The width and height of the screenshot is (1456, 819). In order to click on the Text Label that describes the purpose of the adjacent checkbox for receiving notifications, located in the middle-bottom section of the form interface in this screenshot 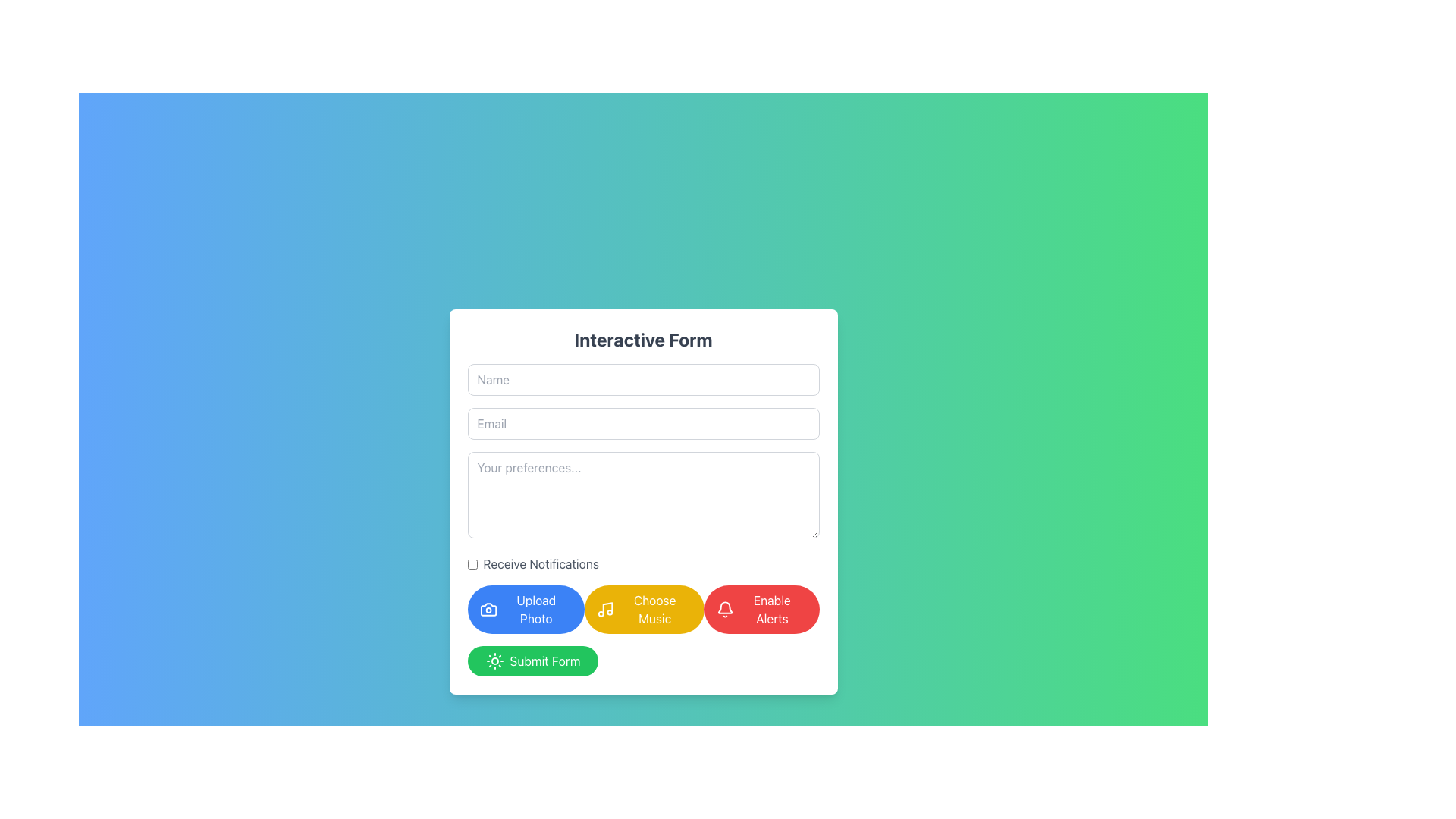, I will do `click(541, 564)`.